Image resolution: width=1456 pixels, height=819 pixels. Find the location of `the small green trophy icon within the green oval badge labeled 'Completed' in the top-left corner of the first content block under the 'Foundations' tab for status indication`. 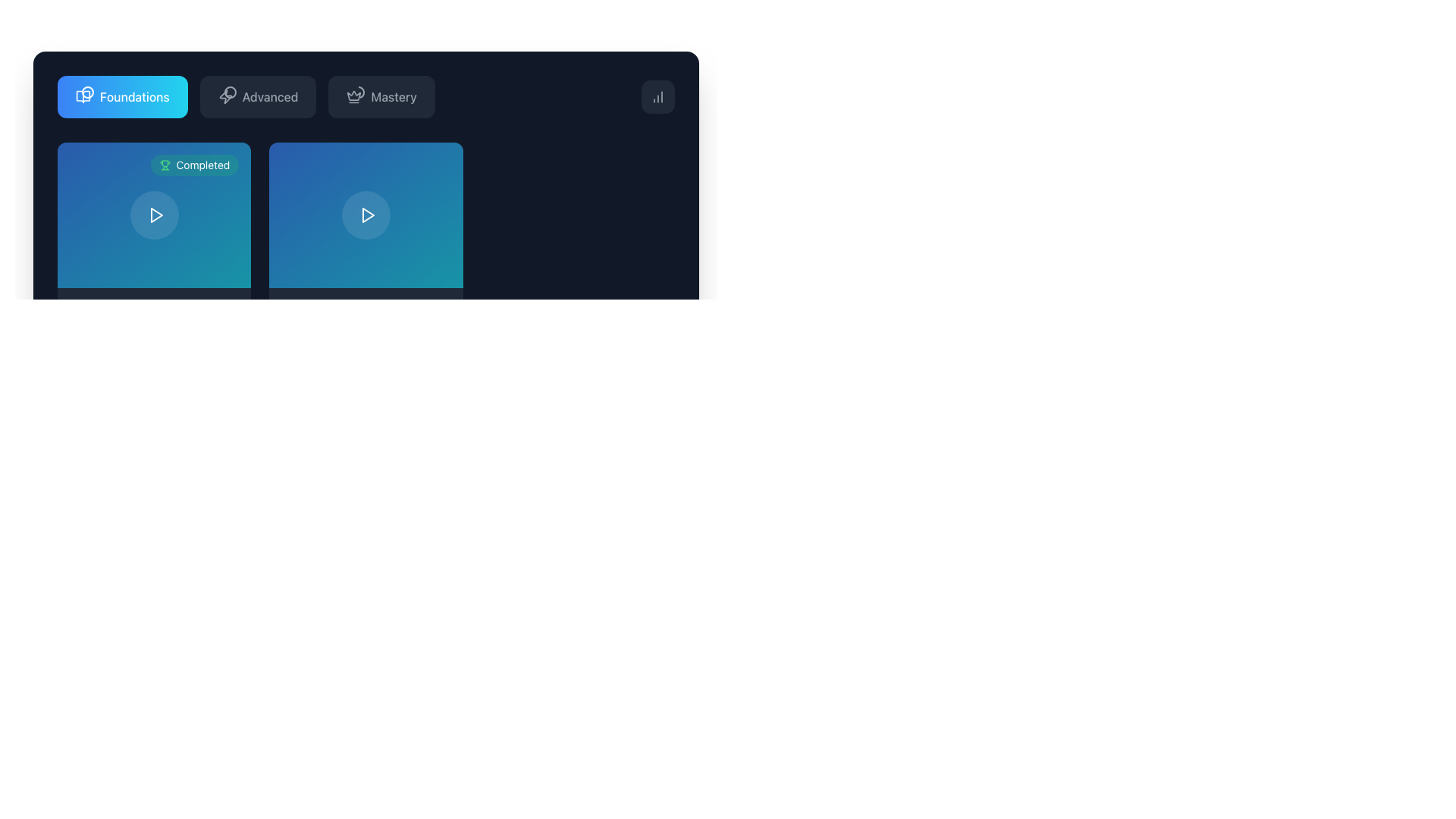

the small green trophy icon within the green oval badge labeled 'Completed' in the top-left corner of the first content block under the 'Foundations' tab for status indication is located at coordinates (165, 165).